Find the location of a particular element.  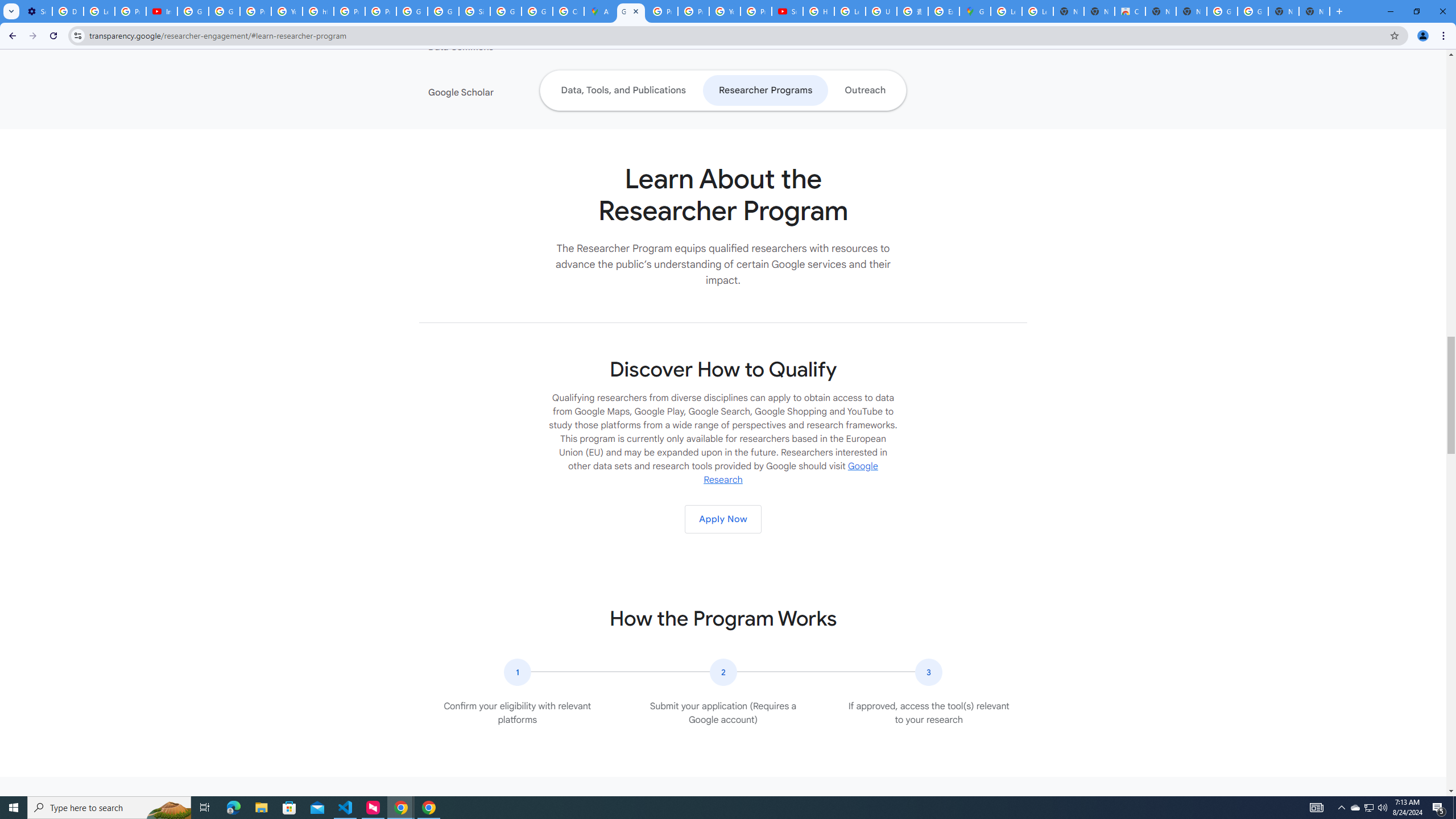

'Data Commons' is located at coordinates (498, 46).